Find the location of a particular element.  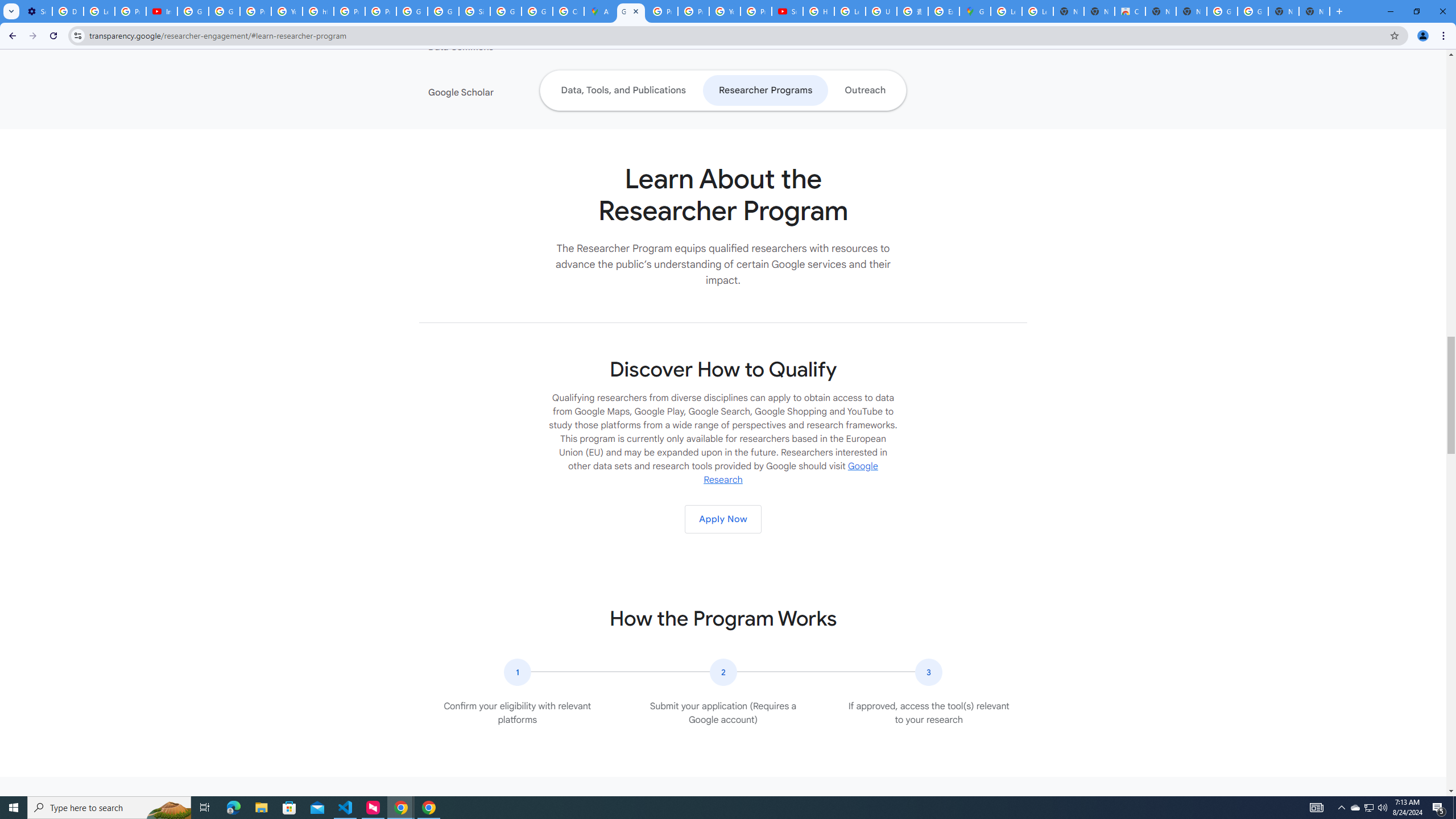

'Data Commons' is located at coordinates (498, 46).